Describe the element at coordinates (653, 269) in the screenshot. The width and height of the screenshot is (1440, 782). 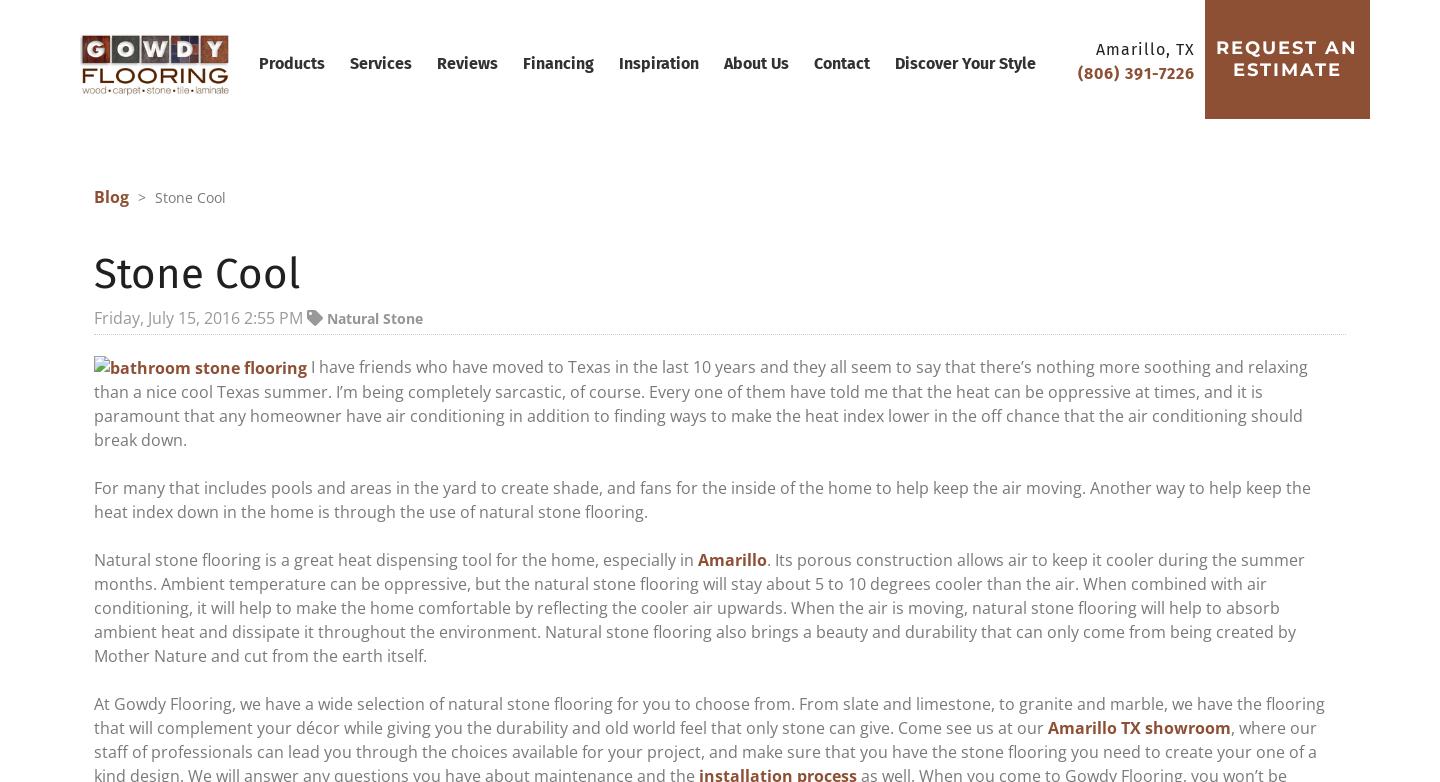
I see `'Luxury Vinyl'` at that location.